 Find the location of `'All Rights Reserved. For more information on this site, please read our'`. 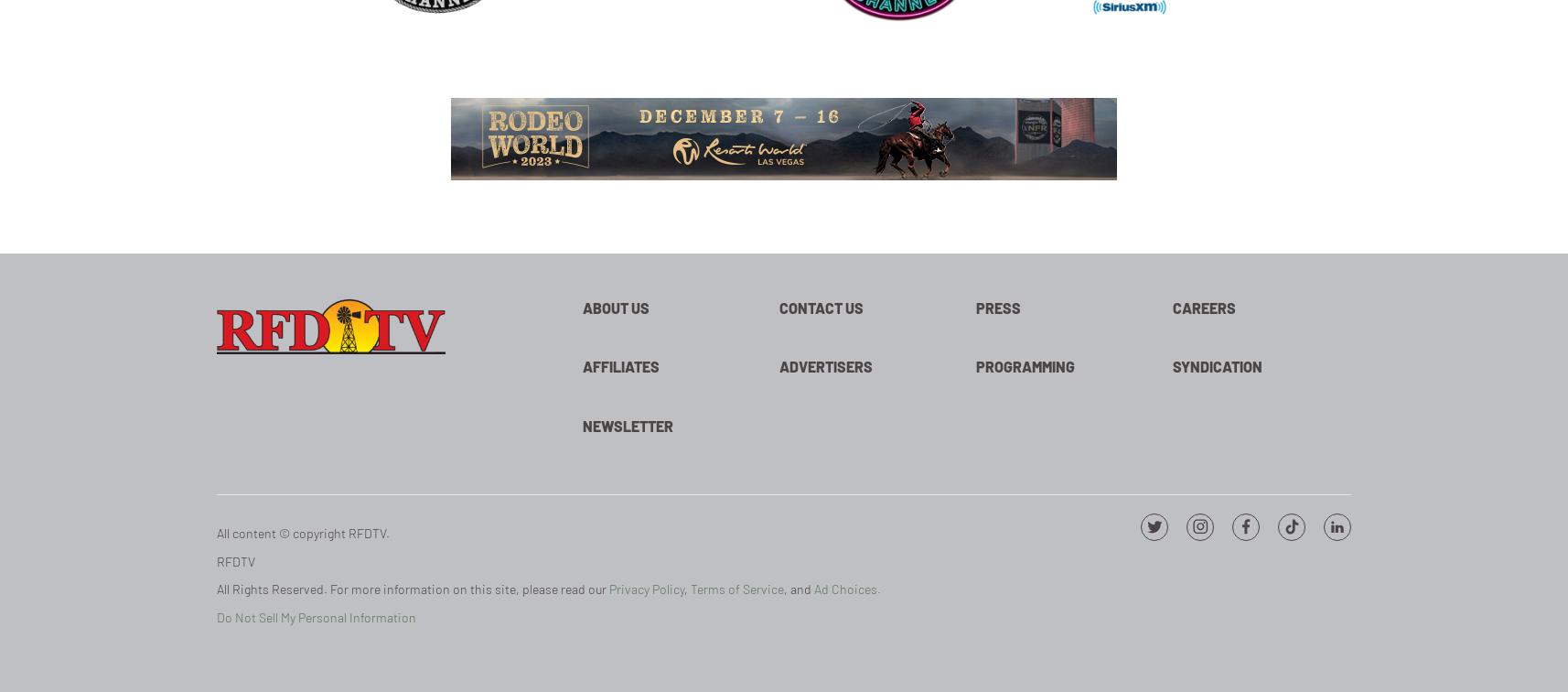

'All Rights Reserved. For more information on this site, please read our' is located at coordinates (413, 589).